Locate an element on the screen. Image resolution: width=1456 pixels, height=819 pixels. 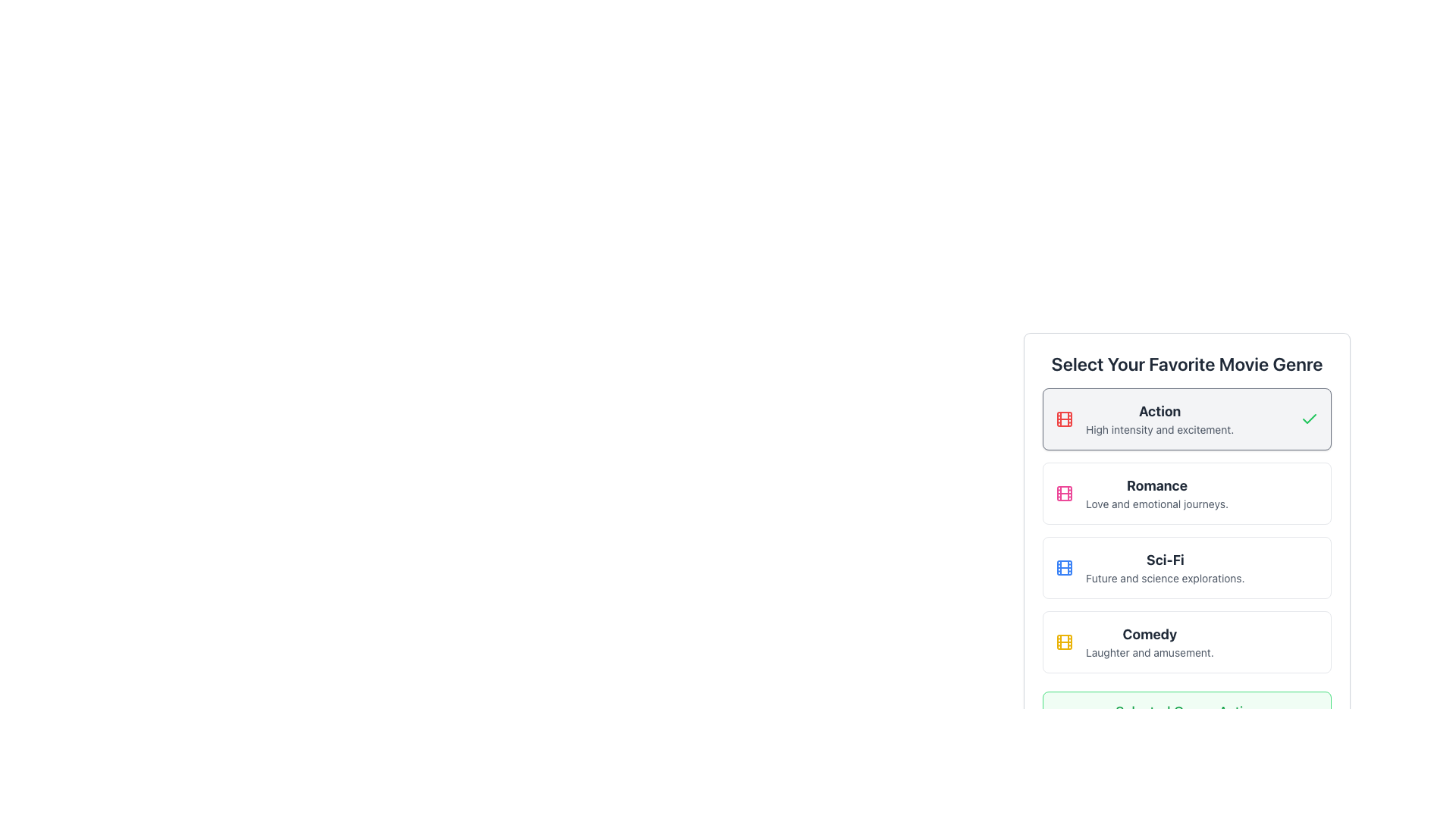
the button representing the selectable option for the 'Sci-Fi' genre in the list of movie genres is located at coordinates (1186, 567).